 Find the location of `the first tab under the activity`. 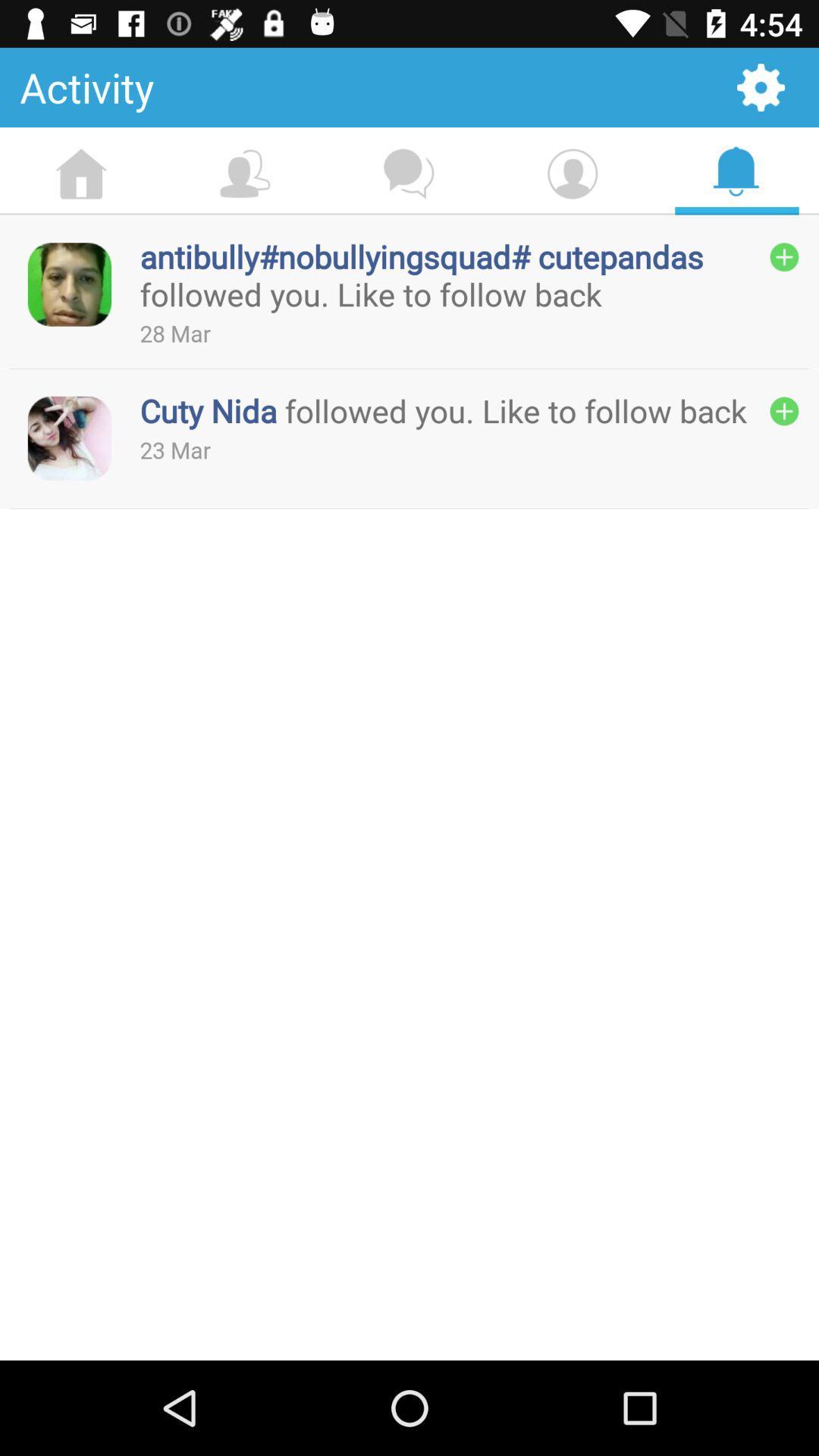

the first tab under the activity is located at coordinates (81, 174).